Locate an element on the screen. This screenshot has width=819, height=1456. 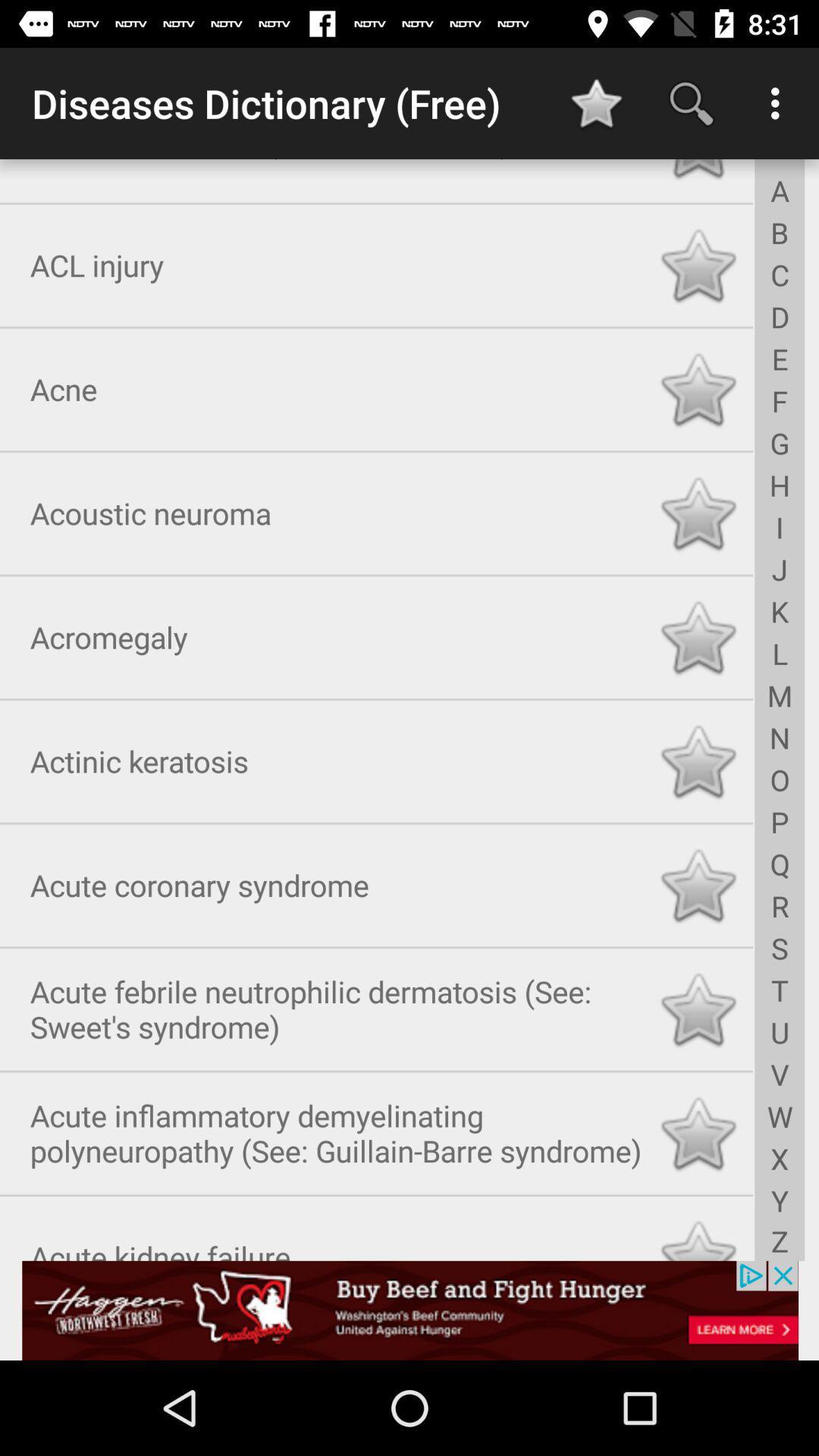
highlight the favorite is located at coordinates (698, 634).